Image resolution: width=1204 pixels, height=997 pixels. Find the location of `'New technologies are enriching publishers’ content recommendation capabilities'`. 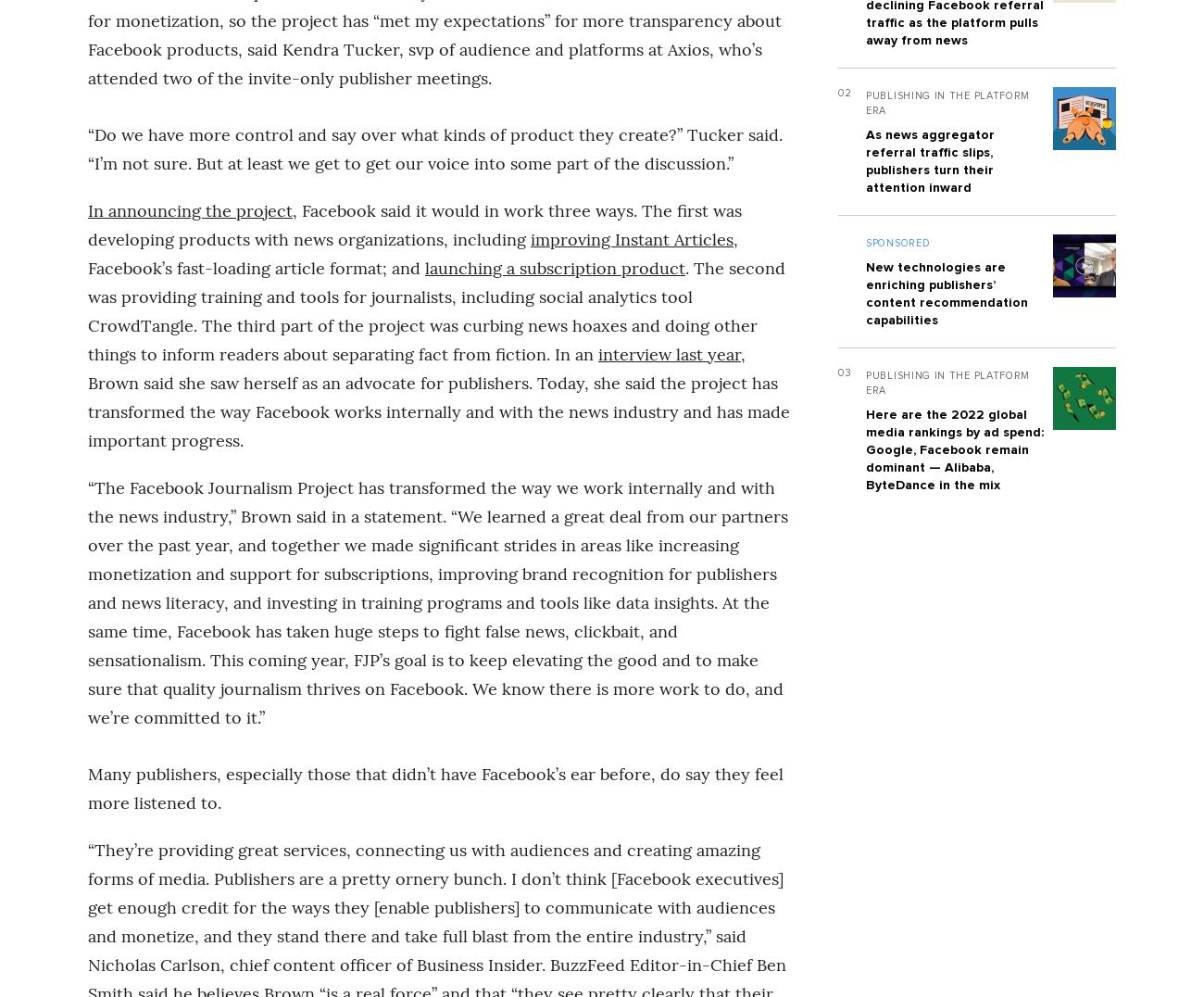

'New technologies are enriching publishers’ content recommendation capabilities' is located at coordinates (946, 293).